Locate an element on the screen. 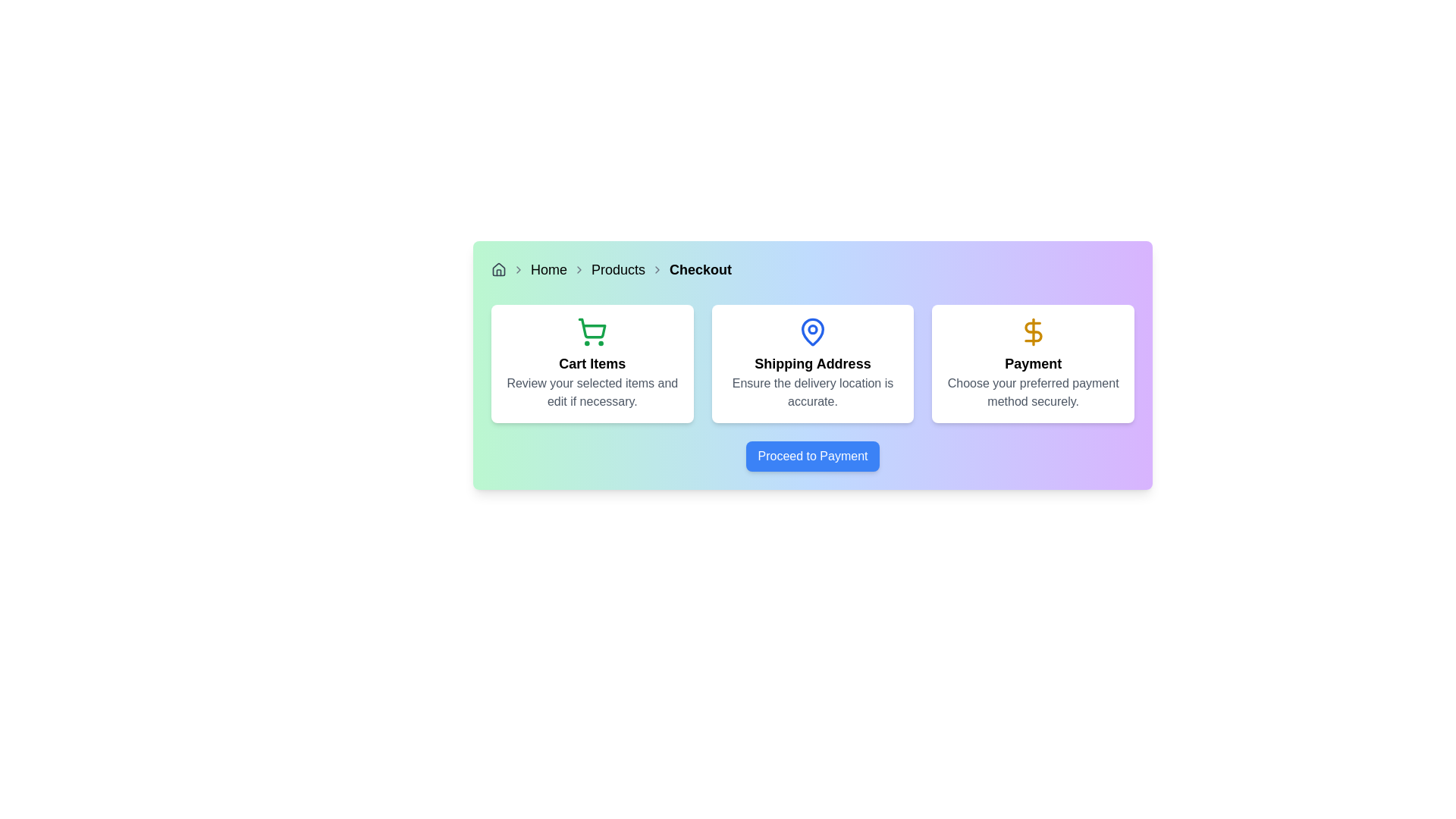 The width and height of the screenshot is (1456, 819). the section containing three cards labeled 'Cart Items', 'Shipping Address', and 'Payment' to observe any hover effects is located at coordinates (811, 363).